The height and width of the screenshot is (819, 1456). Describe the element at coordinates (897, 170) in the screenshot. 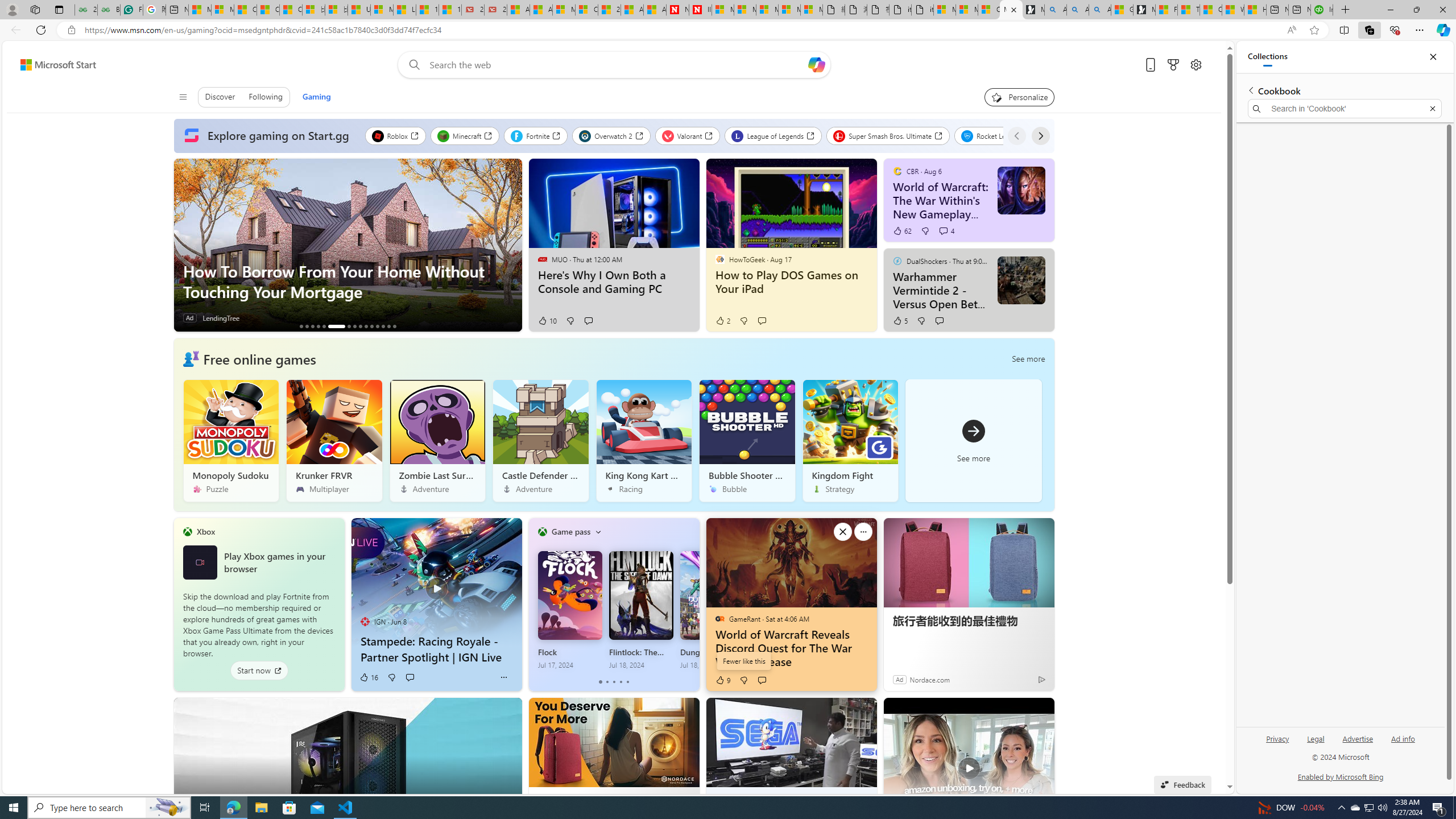

I see `'CBR'` at that location.